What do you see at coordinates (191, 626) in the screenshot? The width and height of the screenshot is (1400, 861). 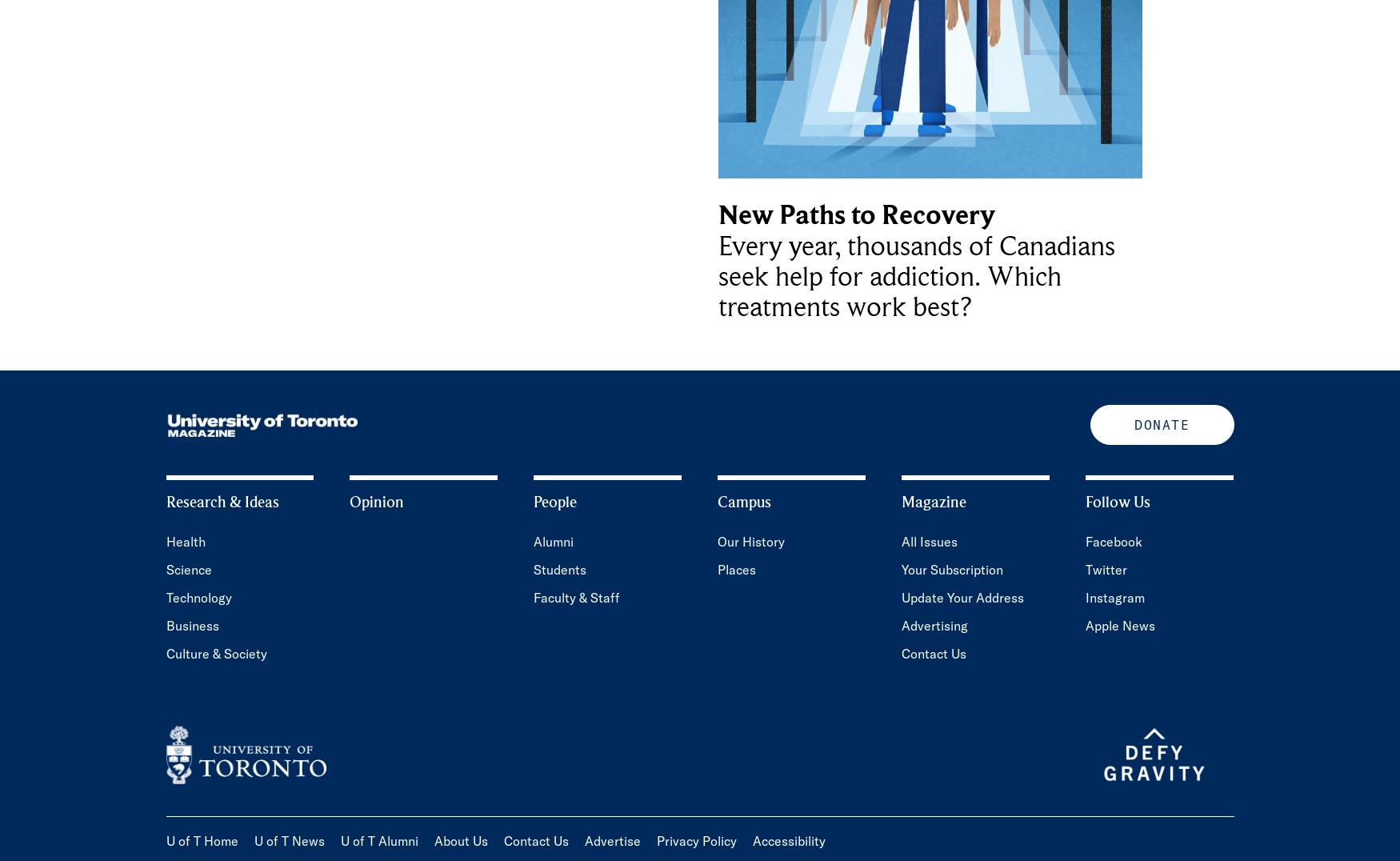 I see `'Business'` at bounding box center [191, 626].